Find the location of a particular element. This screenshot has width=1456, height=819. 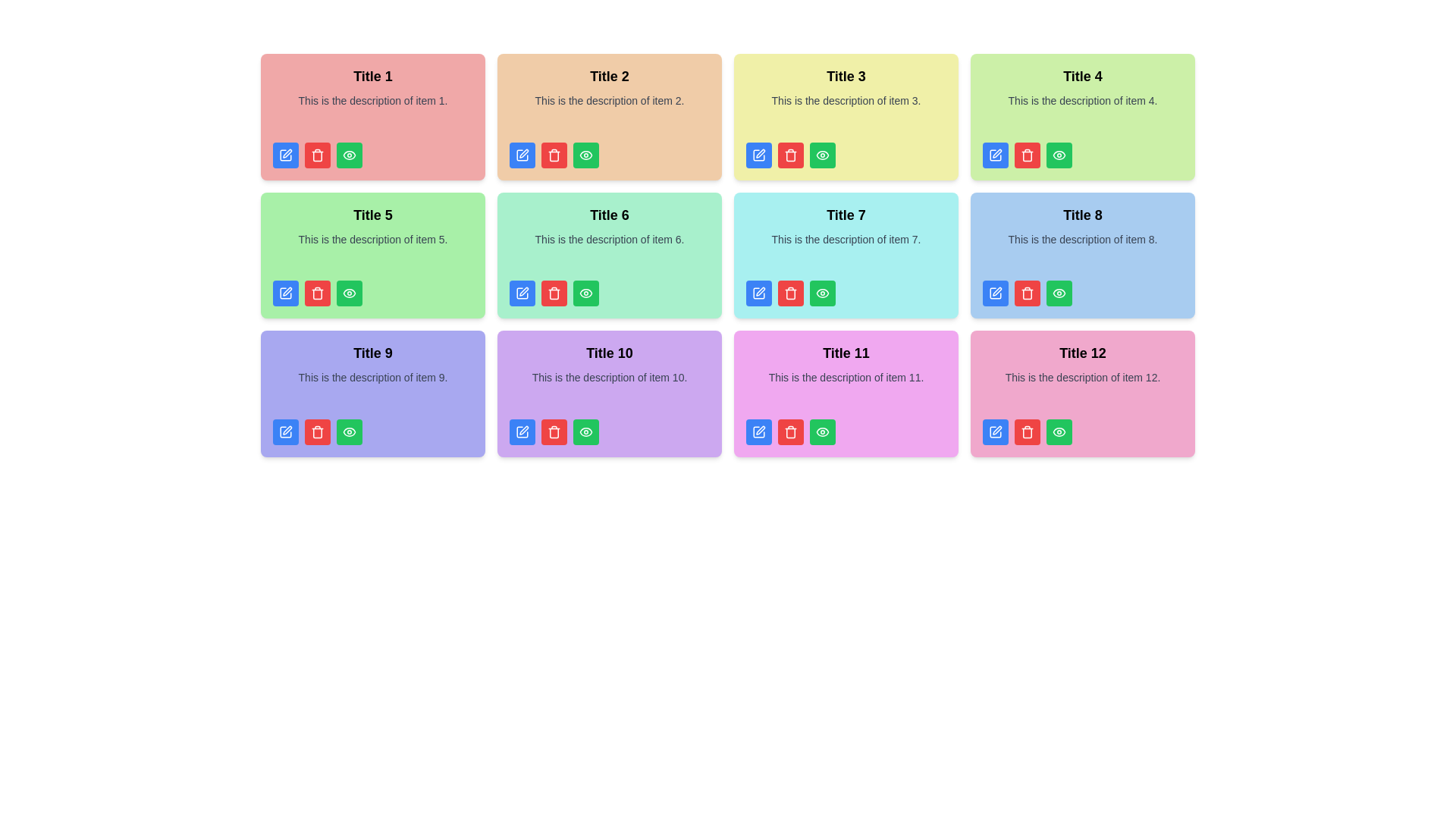

the eye-shaped icon within the green button labeled 'Title 4' is located at coordinates (1058, 155).